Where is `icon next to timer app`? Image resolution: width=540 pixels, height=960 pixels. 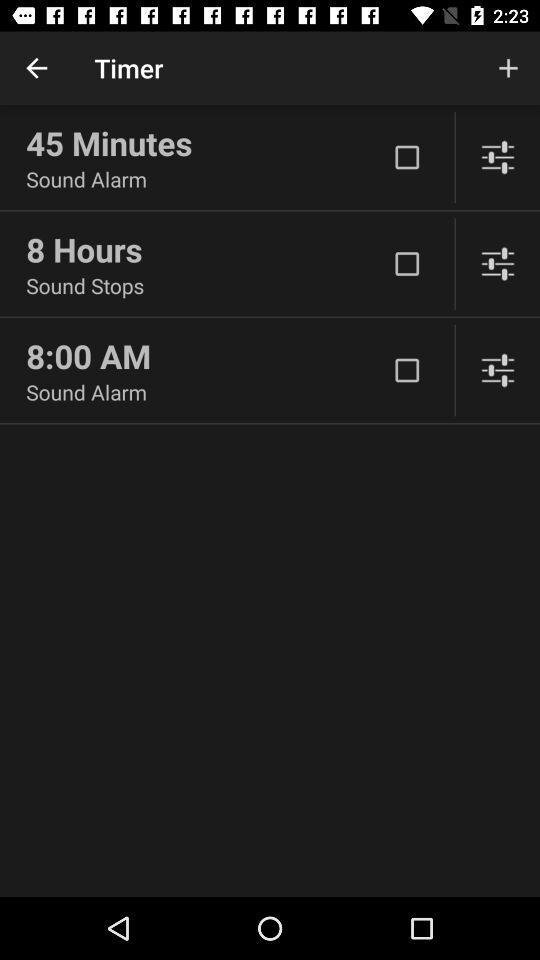 icon next to timer app is located at coordinates (36, 68).